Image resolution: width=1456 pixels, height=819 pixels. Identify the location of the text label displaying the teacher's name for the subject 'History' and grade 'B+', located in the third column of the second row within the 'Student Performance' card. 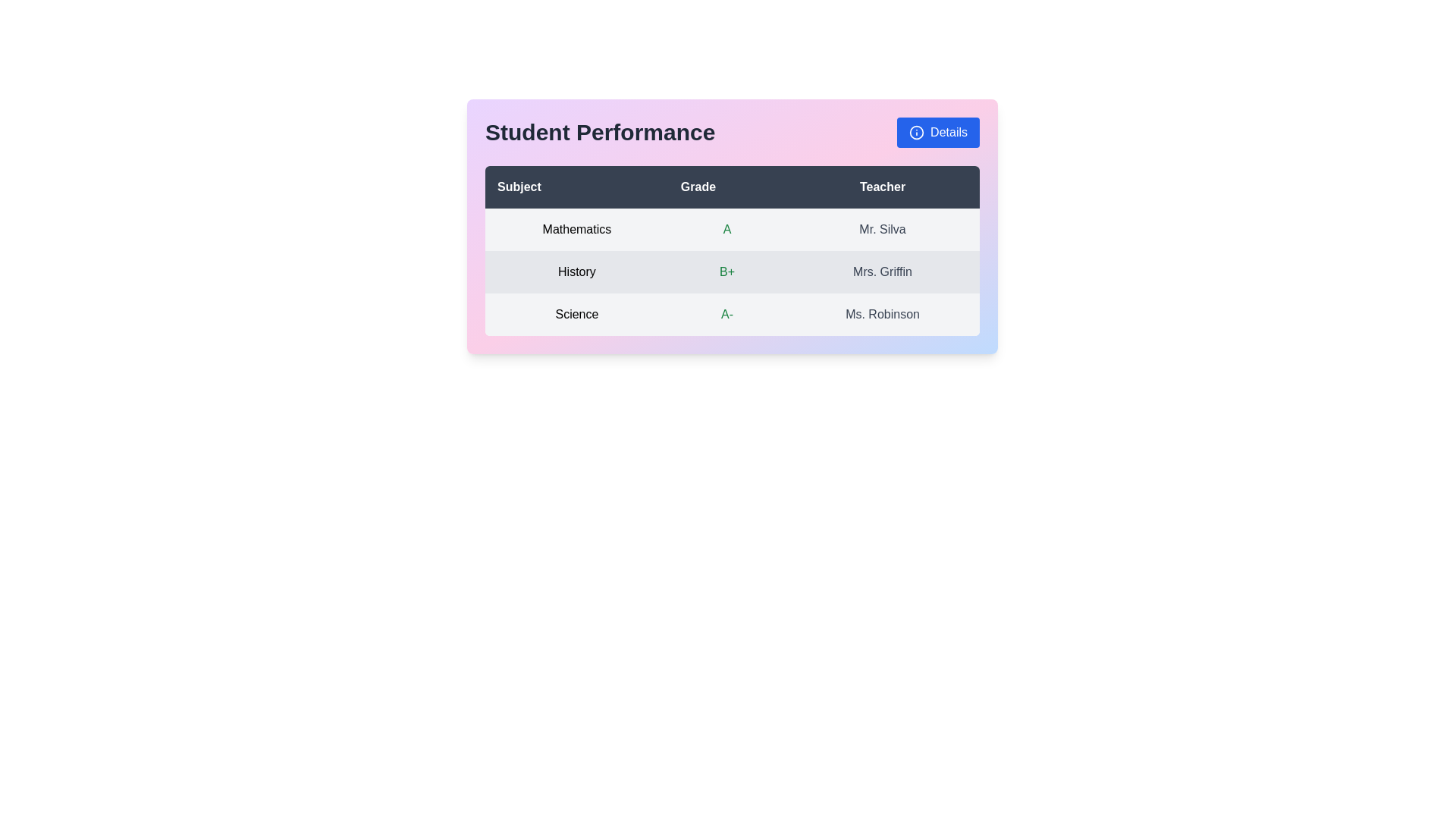
(883, 271).